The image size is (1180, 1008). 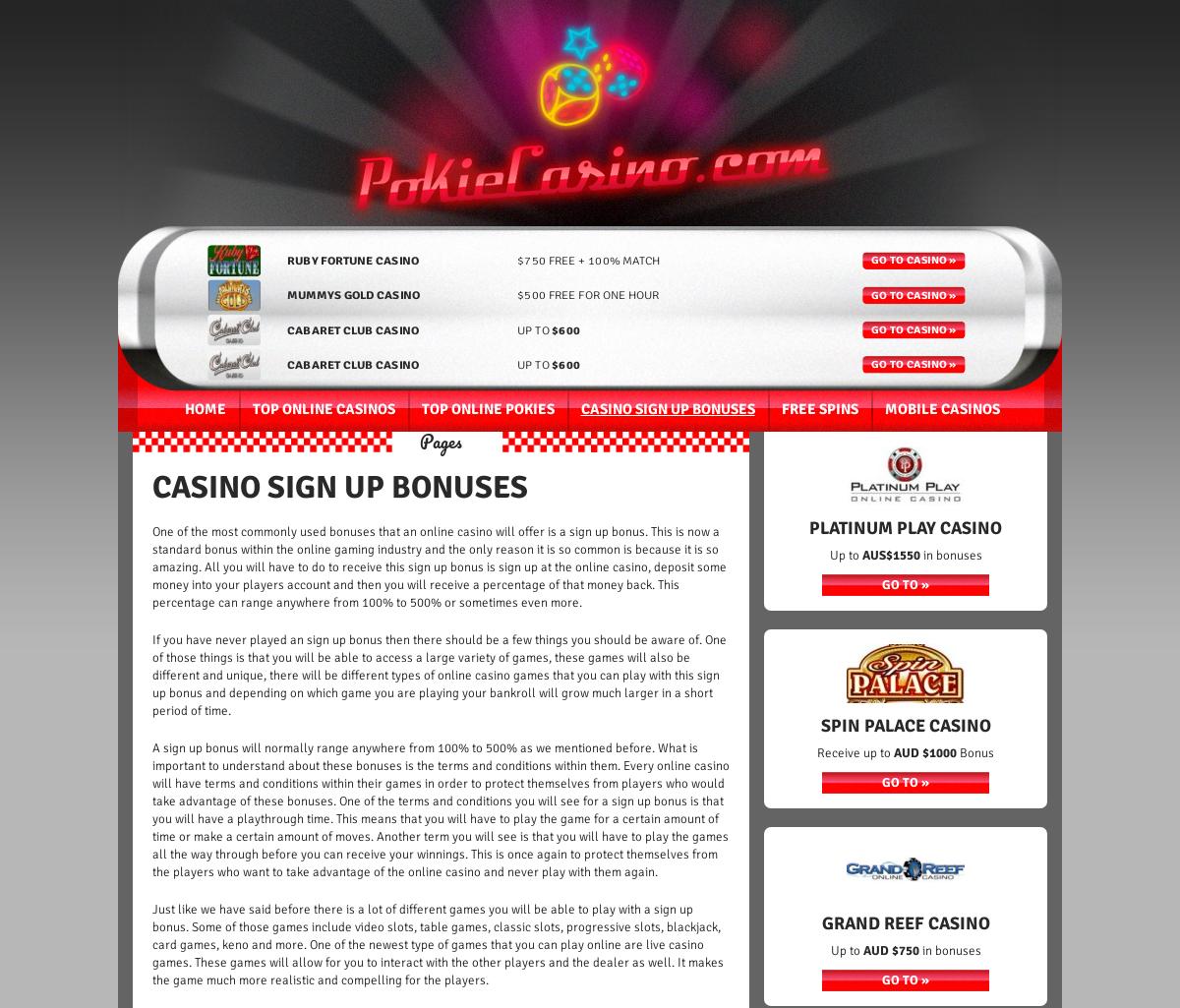 I want to click on 'AUS$1550', so click(x=860, y=555).